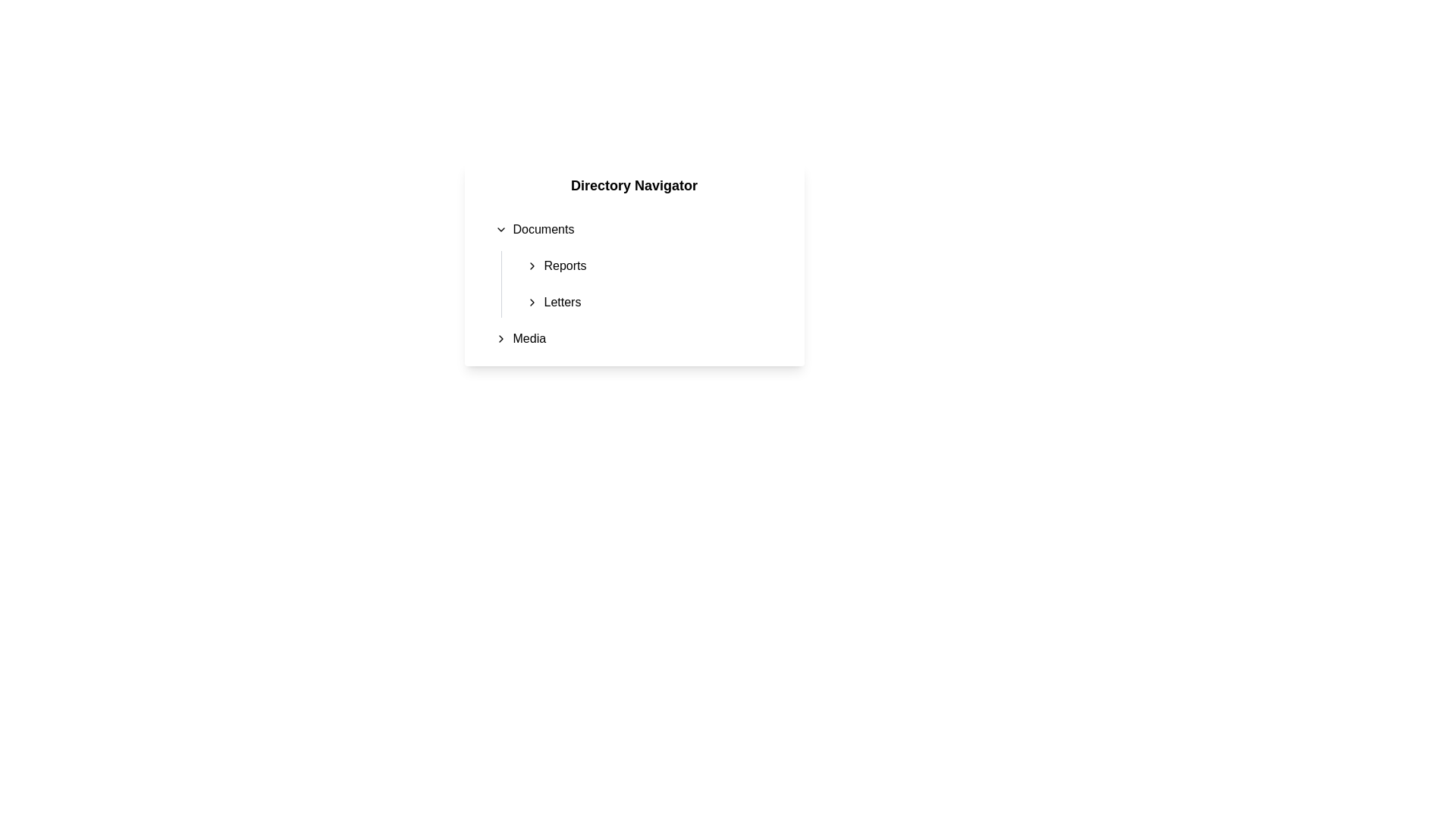  Describe the element at coordinates (564, 265) in the screenshot. I see `the text label that reads 'Reports', which is part of a list item in the 'Documents' dropdown of the 'Directory Navigator' panel` at that location.